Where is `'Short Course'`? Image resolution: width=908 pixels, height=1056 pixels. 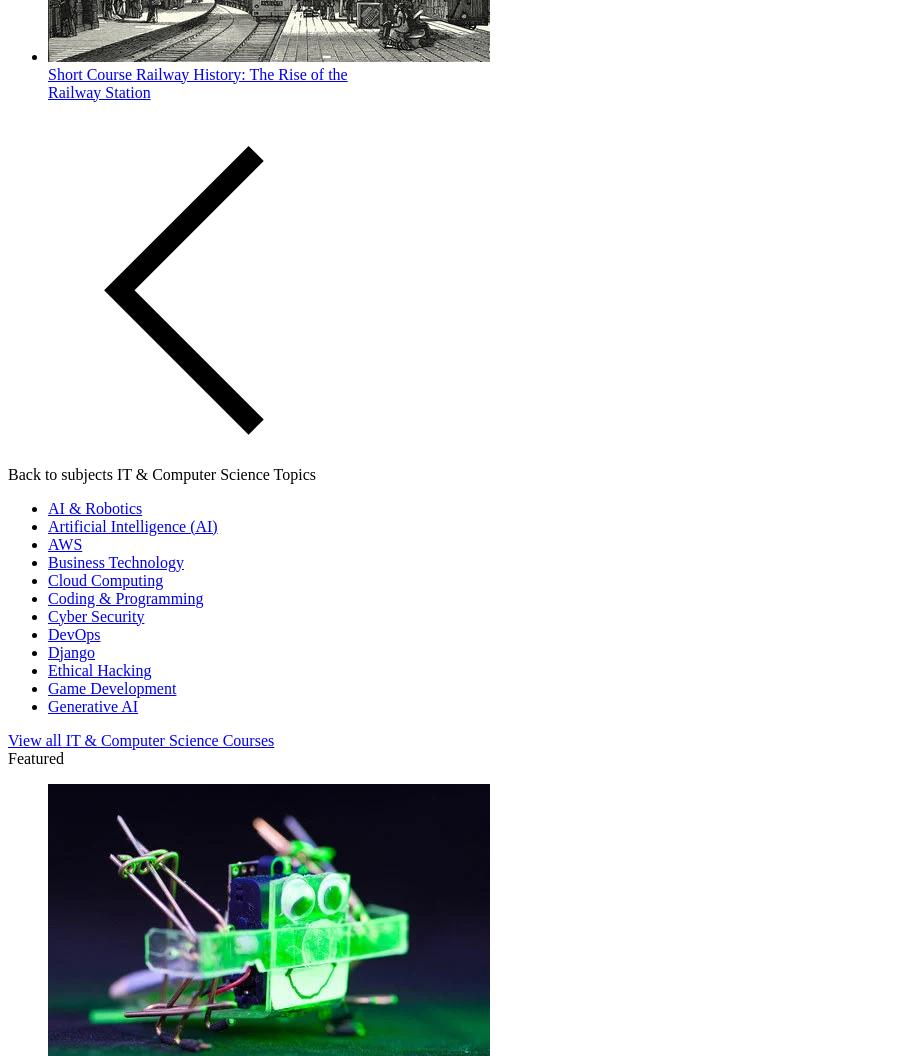 'Short Course' is located at coordinates (88, 72).